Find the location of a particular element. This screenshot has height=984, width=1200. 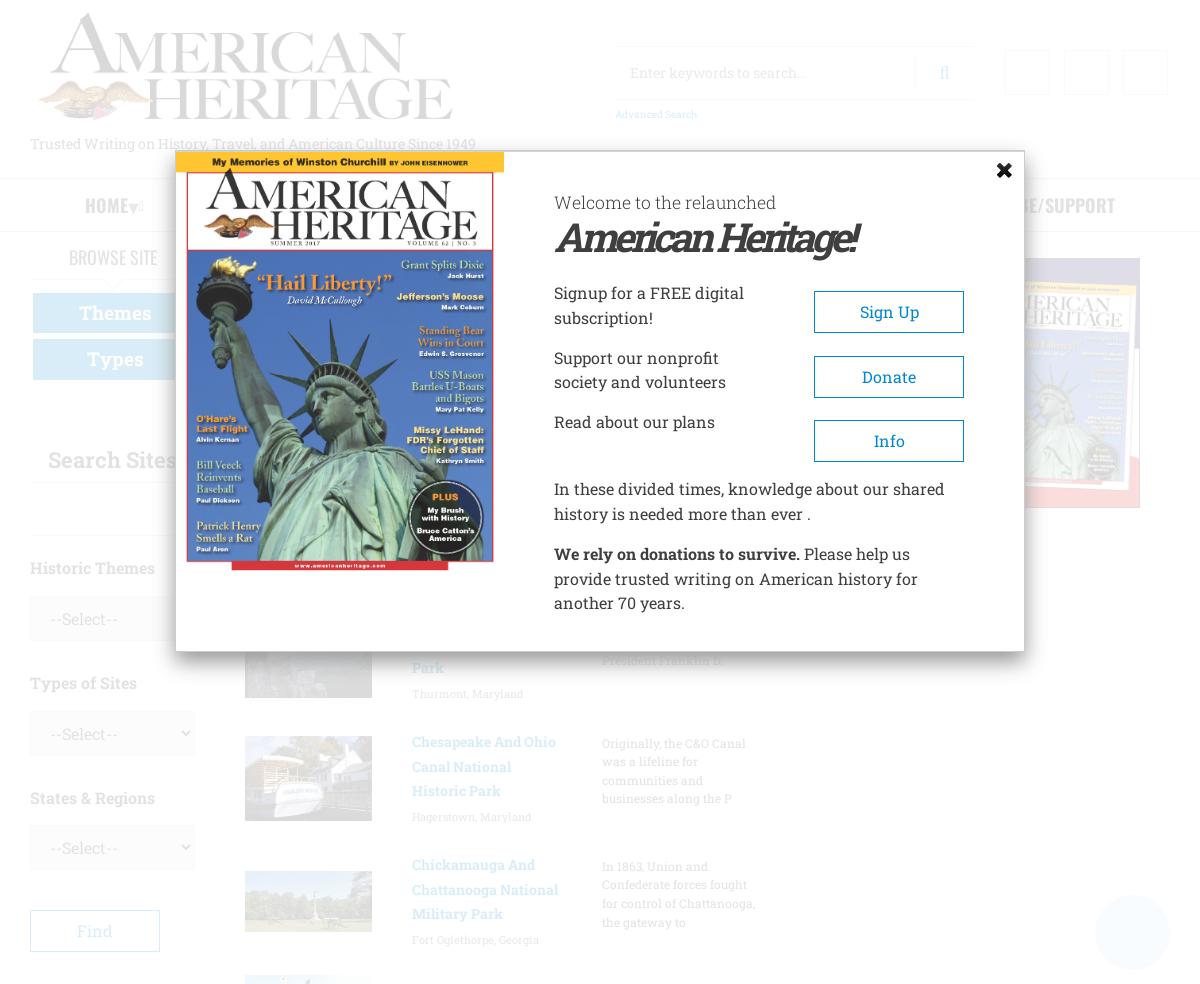

'Search Sites' is located at coordinates (112, 458).